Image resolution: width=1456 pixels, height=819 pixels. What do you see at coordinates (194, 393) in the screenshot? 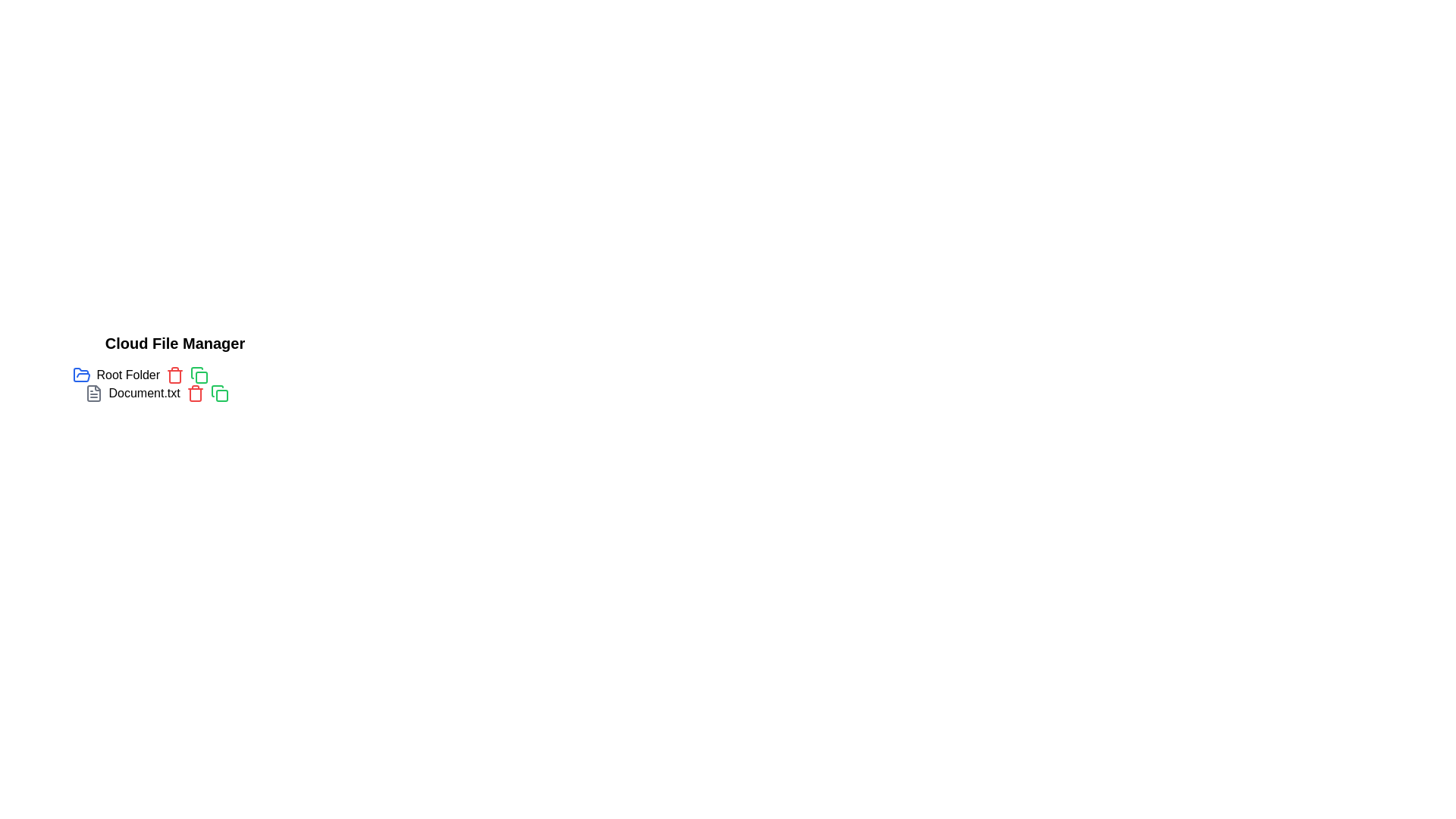
I see `the red trash can icon button` at bounding box center [194, 393].